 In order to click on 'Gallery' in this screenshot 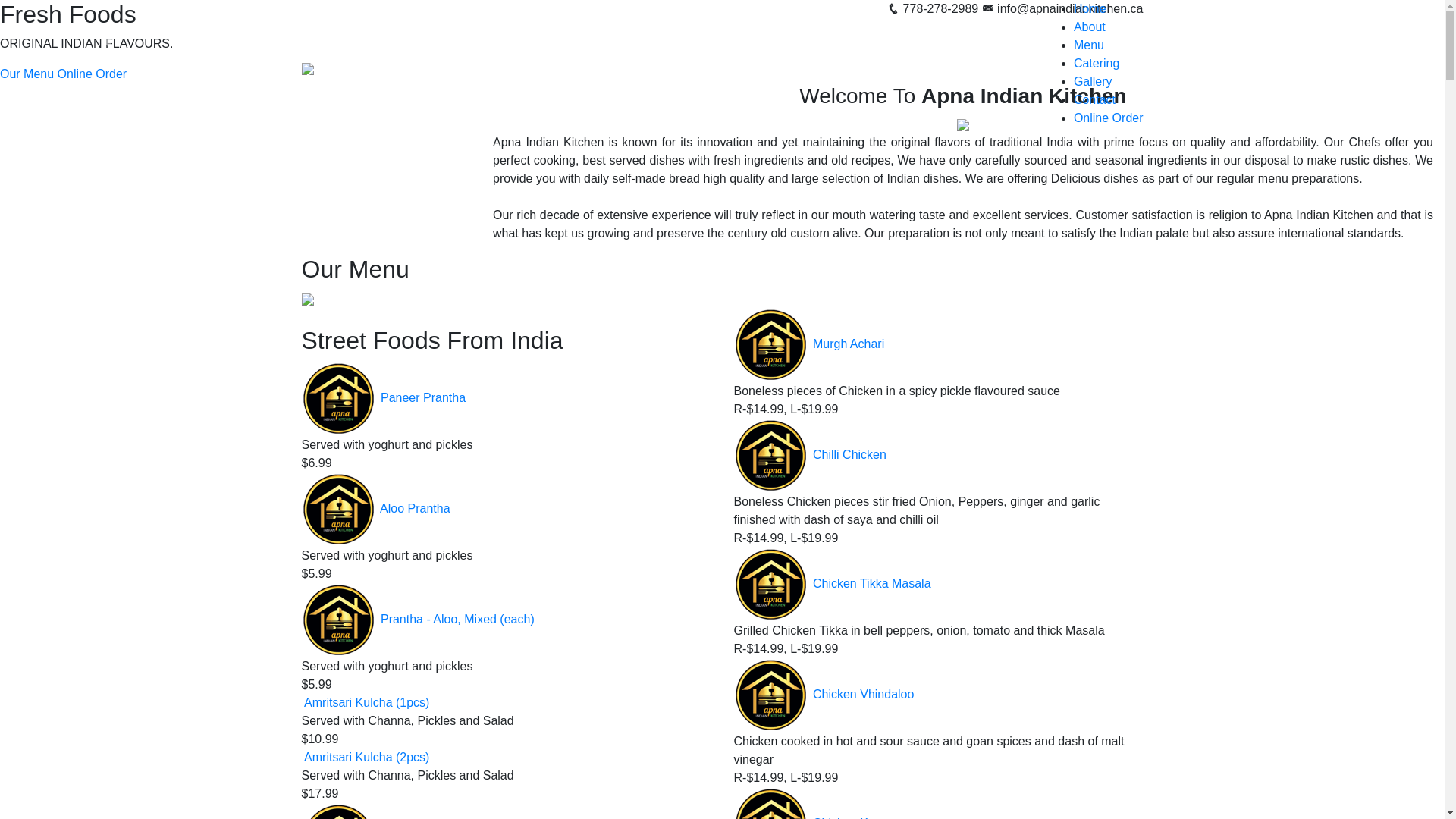, I will do `click(1093, 81)`.